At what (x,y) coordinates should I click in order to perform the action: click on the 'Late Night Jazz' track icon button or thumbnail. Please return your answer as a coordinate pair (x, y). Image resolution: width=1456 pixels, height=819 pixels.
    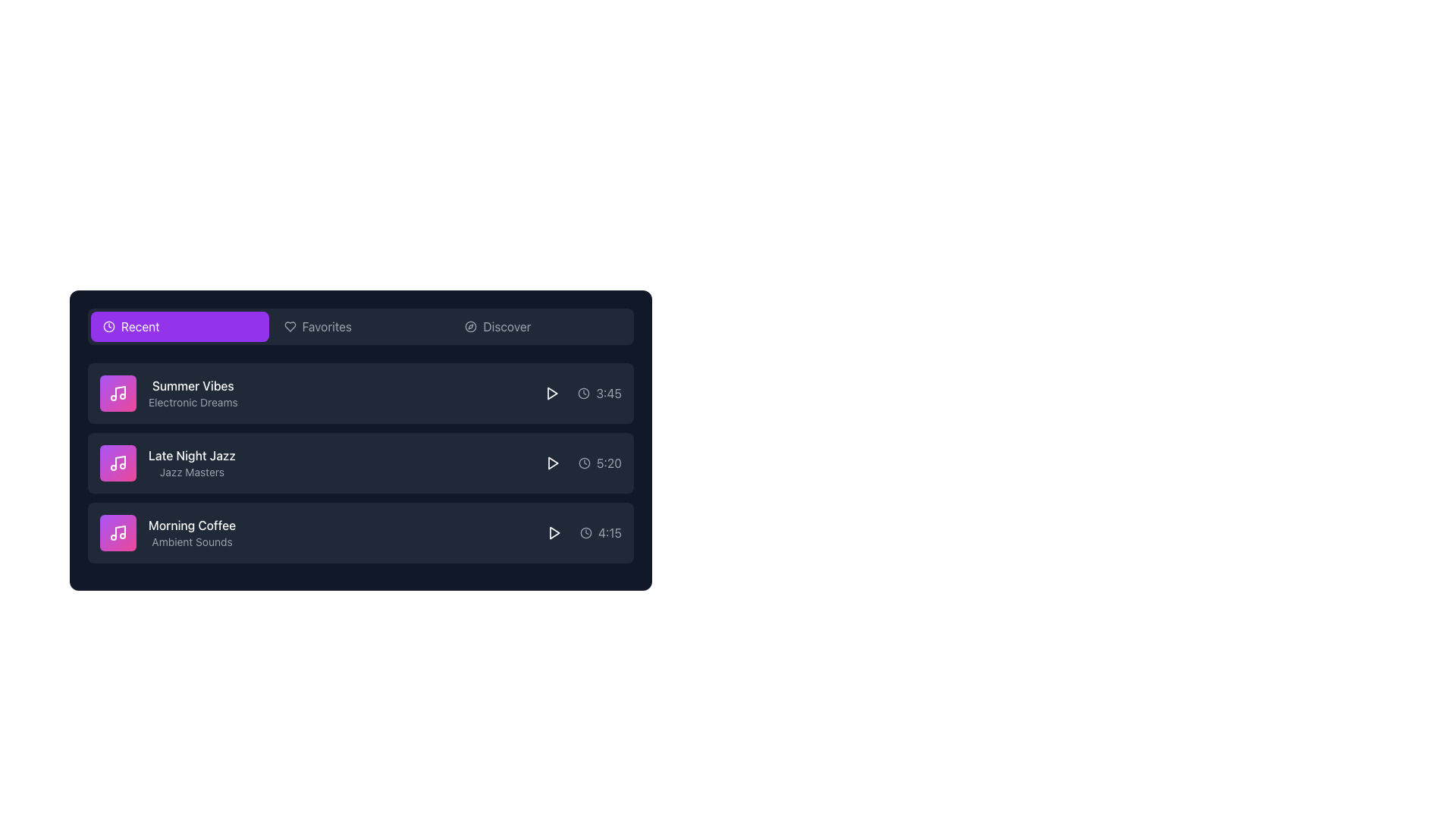
    Looking at the image, I should click on (118, 462).